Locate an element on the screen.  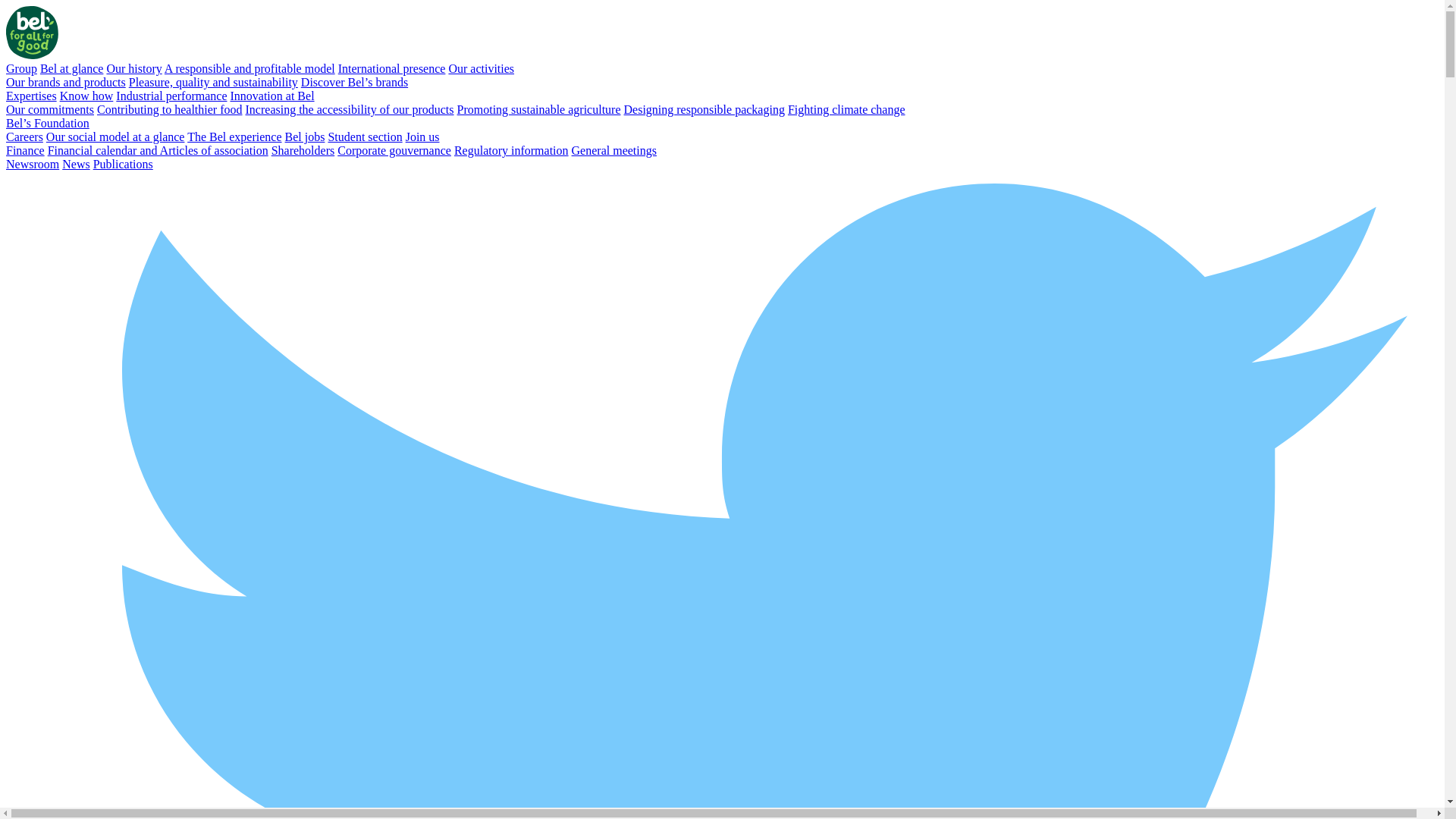
'Join us' is located at coordinates (422, 136).